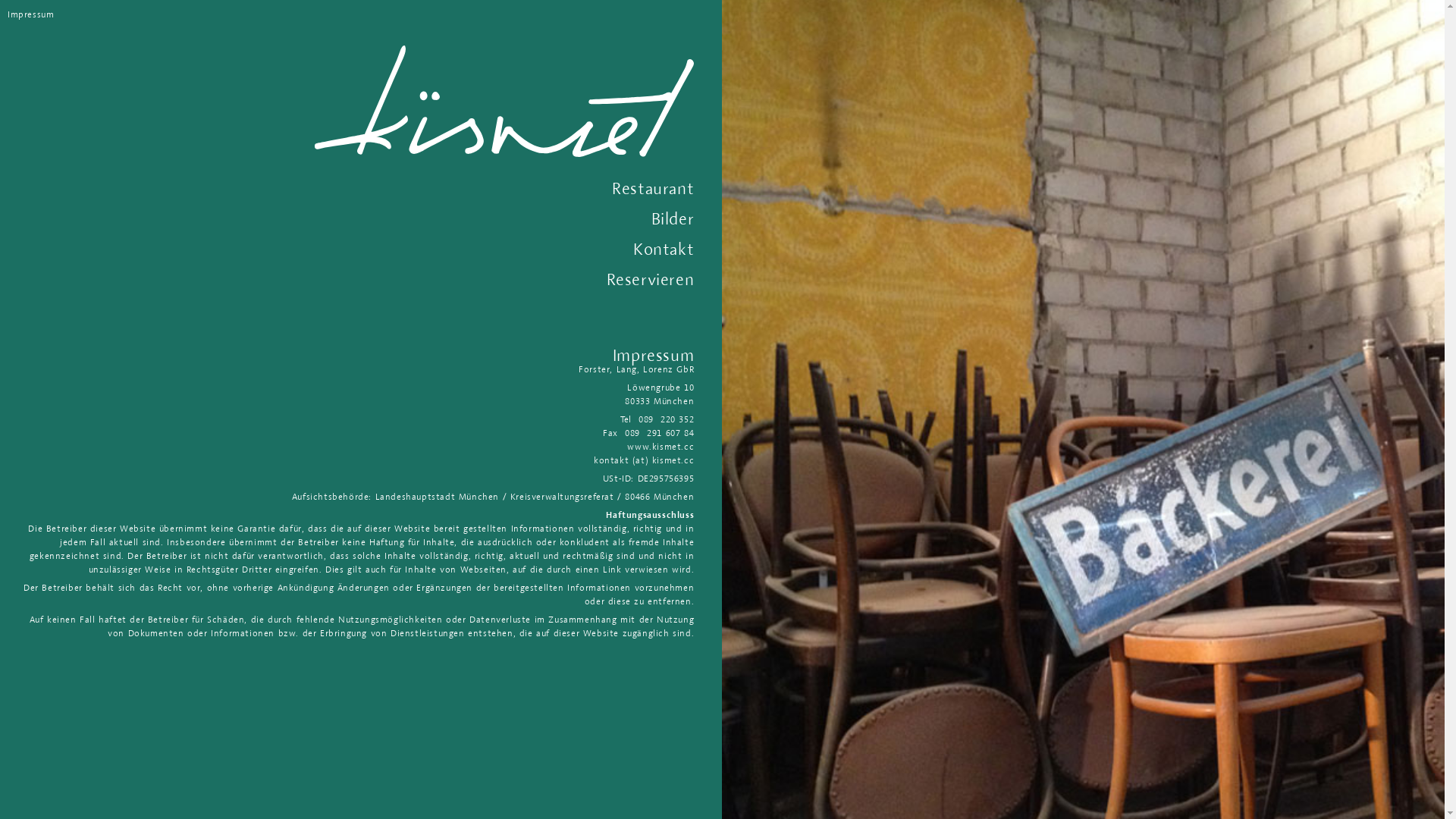 The image size is (1456, 819). Describe the element at coordinates (14, 44) in the screenshot. I see `'Skip to content'` at that location.